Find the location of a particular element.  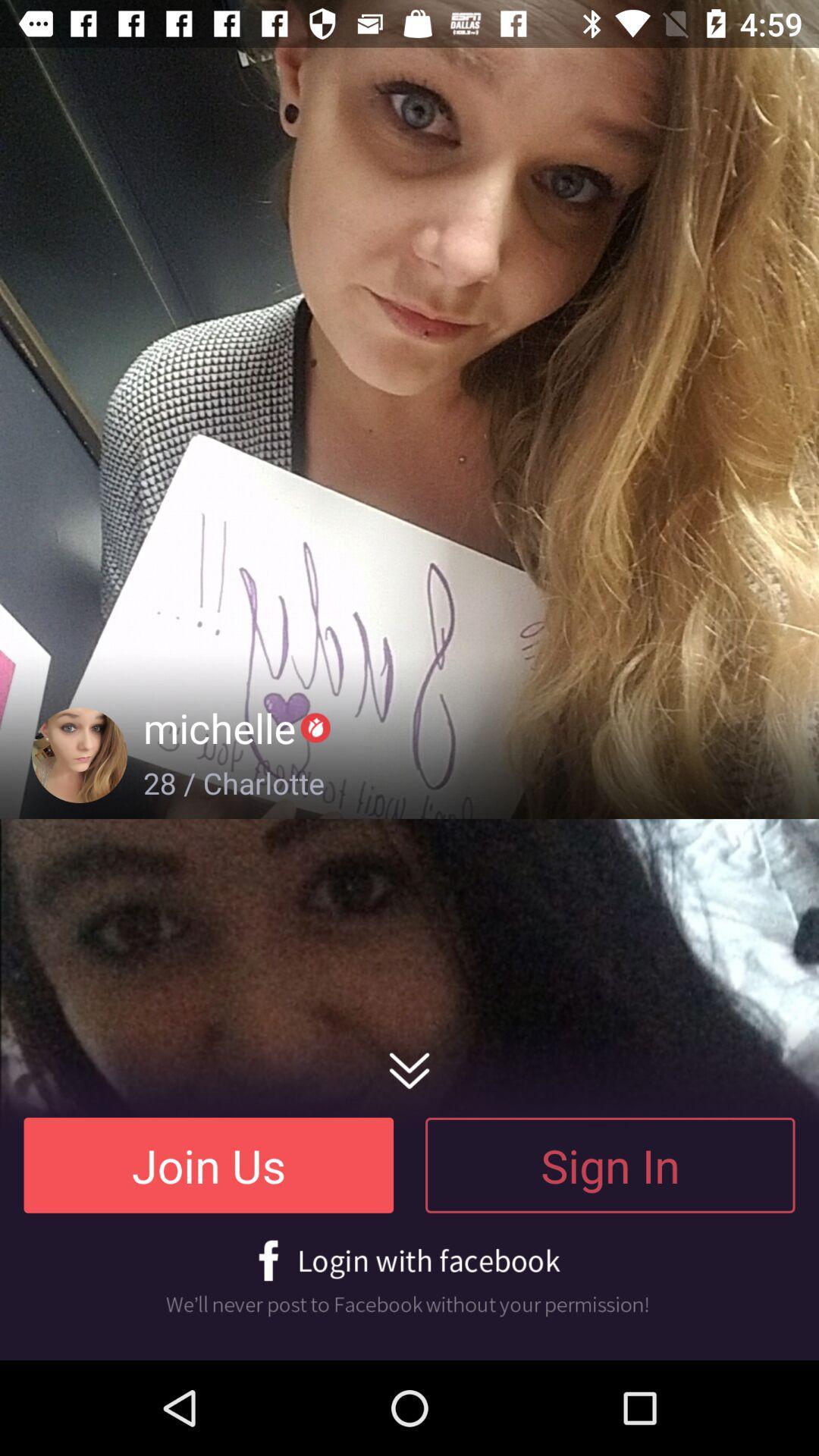

the icon to the left of sign in item is located at coordinates (209, 1164).